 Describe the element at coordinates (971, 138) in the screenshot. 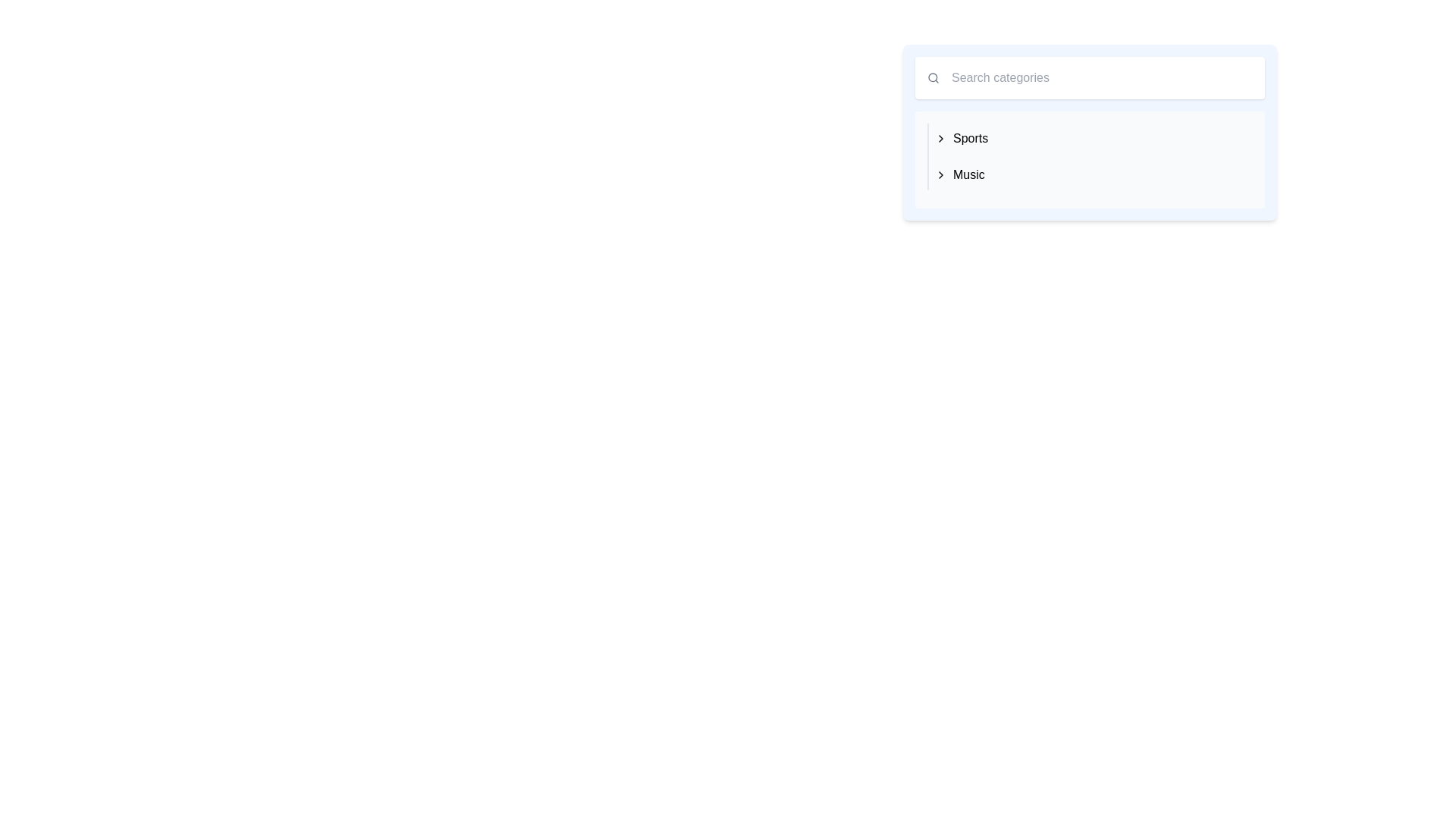

I see `the 'Sports' text label within the navigation button, which is styled with a sans-serif font and appears black against a white background` at that location.